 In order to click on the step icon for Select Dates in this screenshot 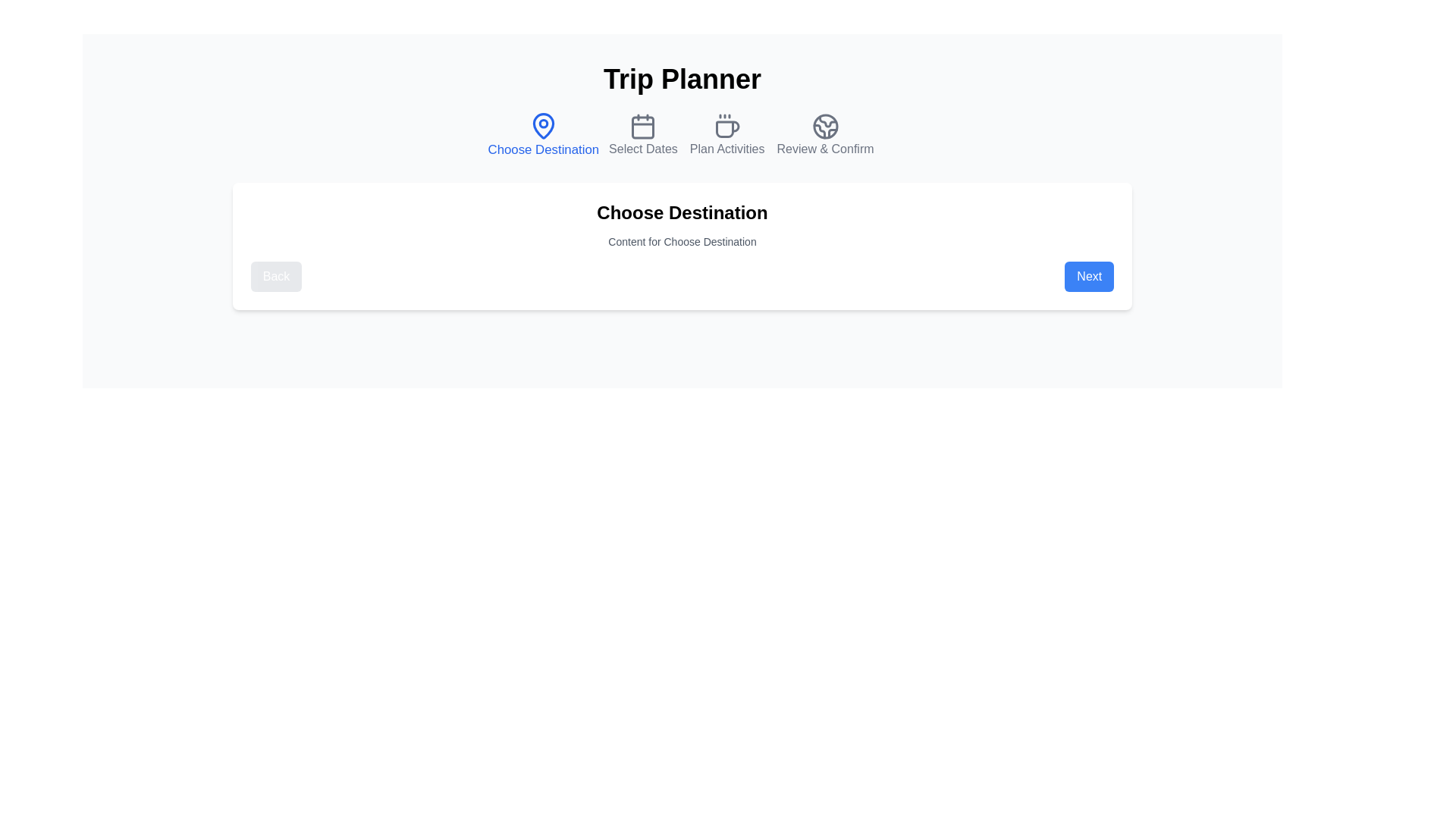, I will do `click(643, 134)`.